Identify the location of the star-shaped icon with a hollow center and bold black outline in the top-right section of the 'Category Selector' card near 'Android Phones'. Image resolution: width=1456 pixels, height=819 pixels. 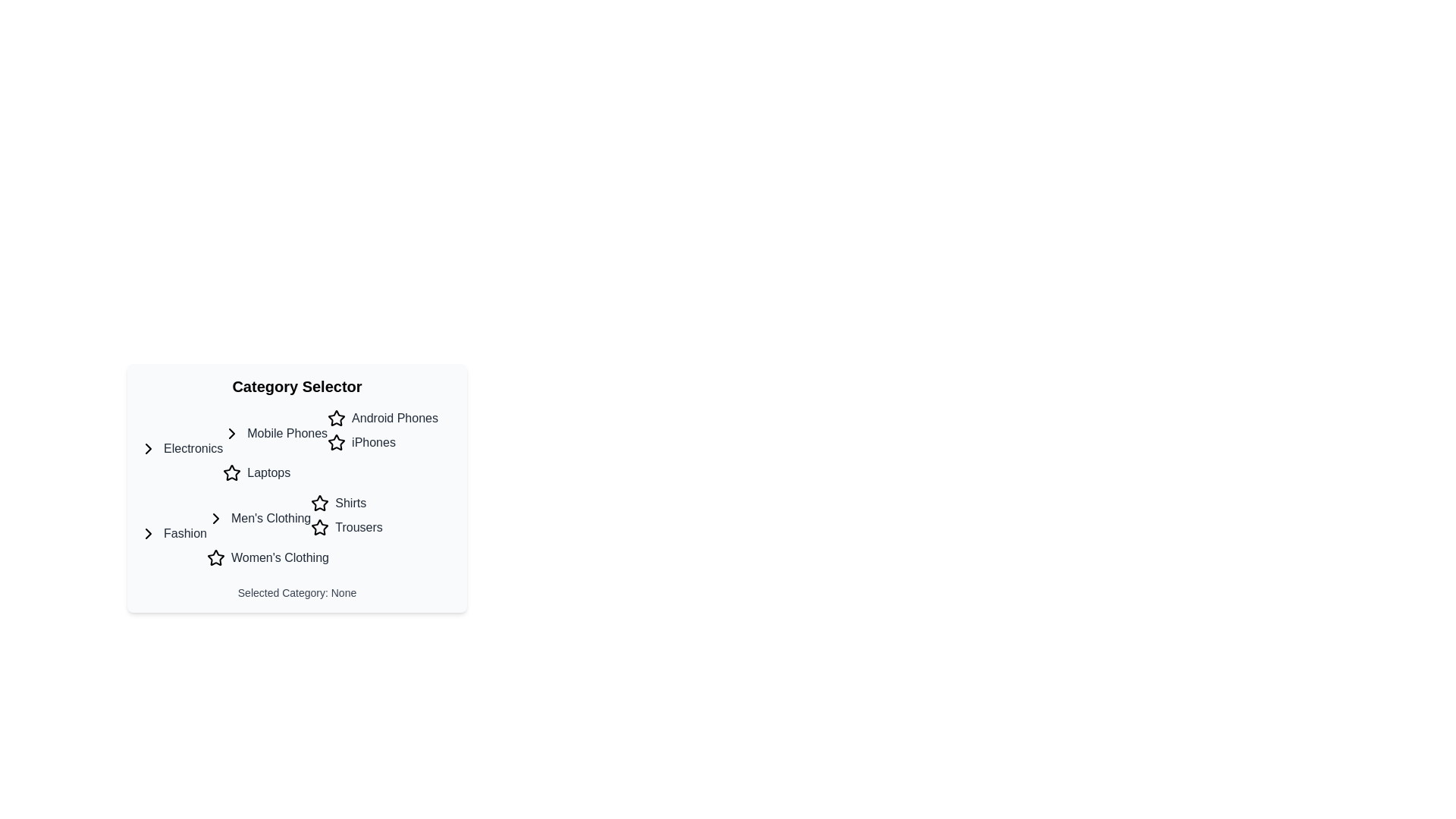
(336, 418).